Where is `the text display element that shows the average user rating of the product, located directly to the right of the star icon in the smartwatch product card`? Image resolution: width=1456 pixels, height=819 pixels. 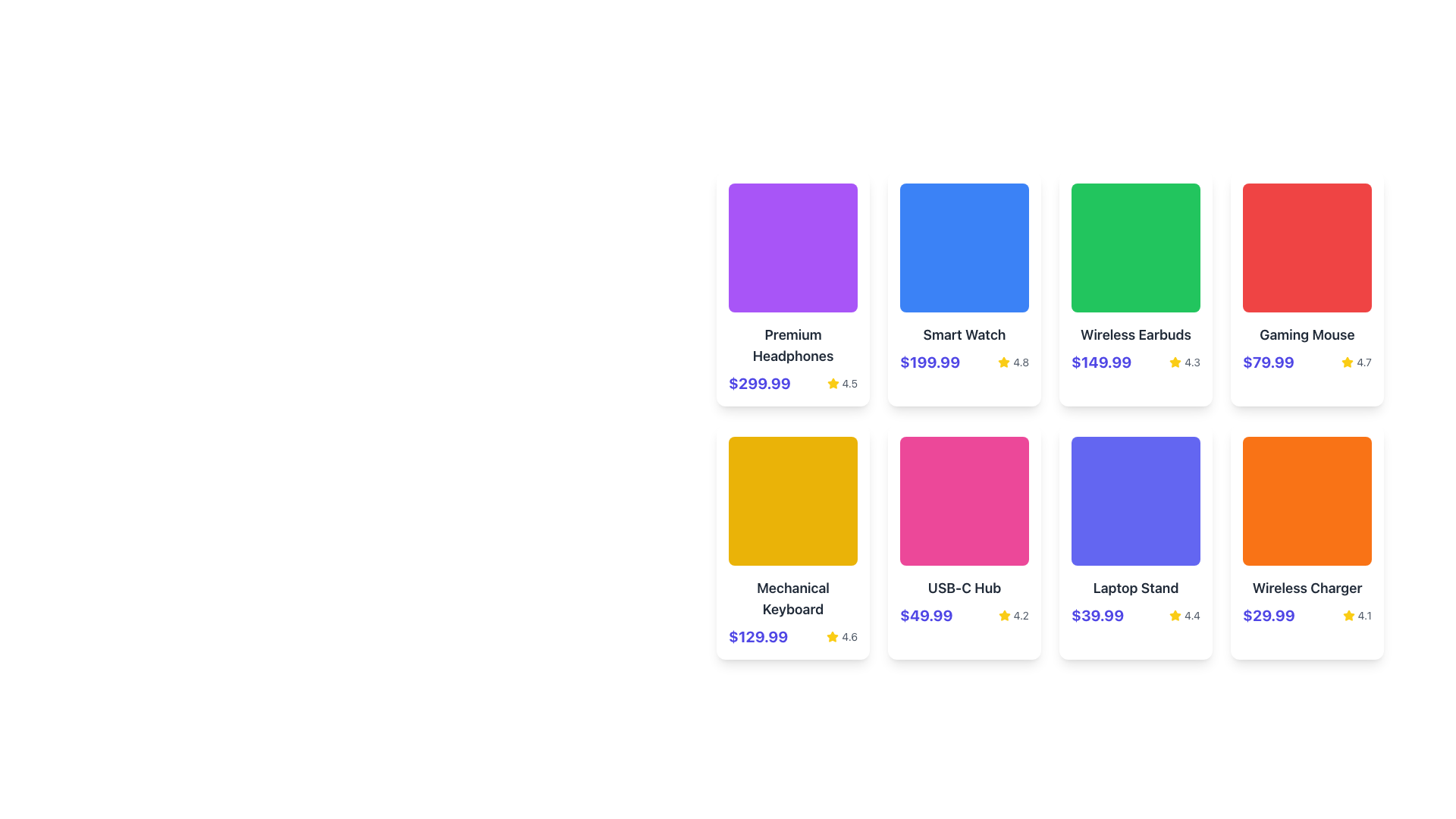 the text display element that shows the average user rating of the product, located directly to the right of the star icon in the smartwatch product card is located at coordinates (1021, 362).